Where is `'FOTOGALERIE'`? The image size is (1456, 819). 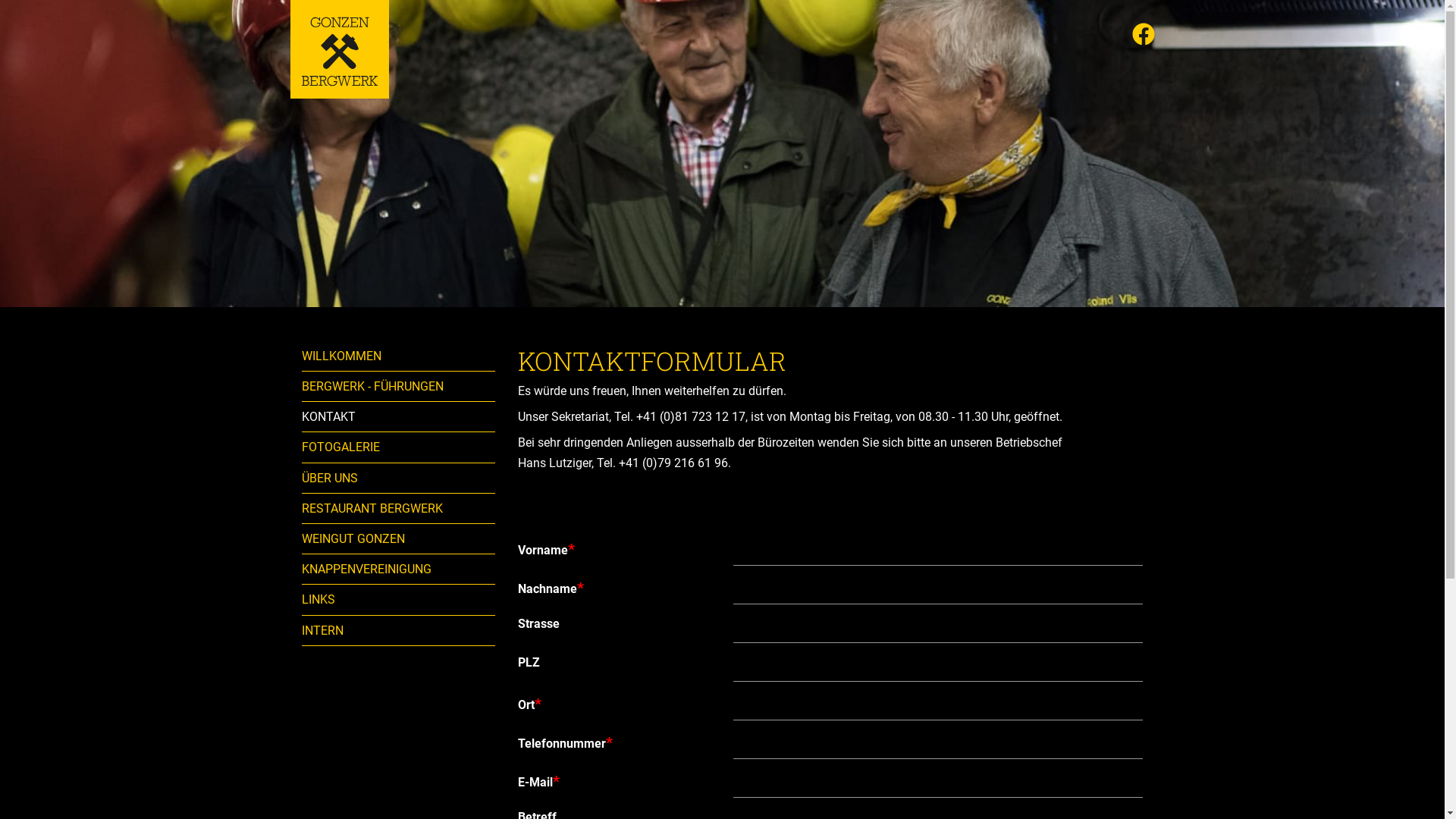 'FOTOGALERIE' is located at coordinates (398, 446).